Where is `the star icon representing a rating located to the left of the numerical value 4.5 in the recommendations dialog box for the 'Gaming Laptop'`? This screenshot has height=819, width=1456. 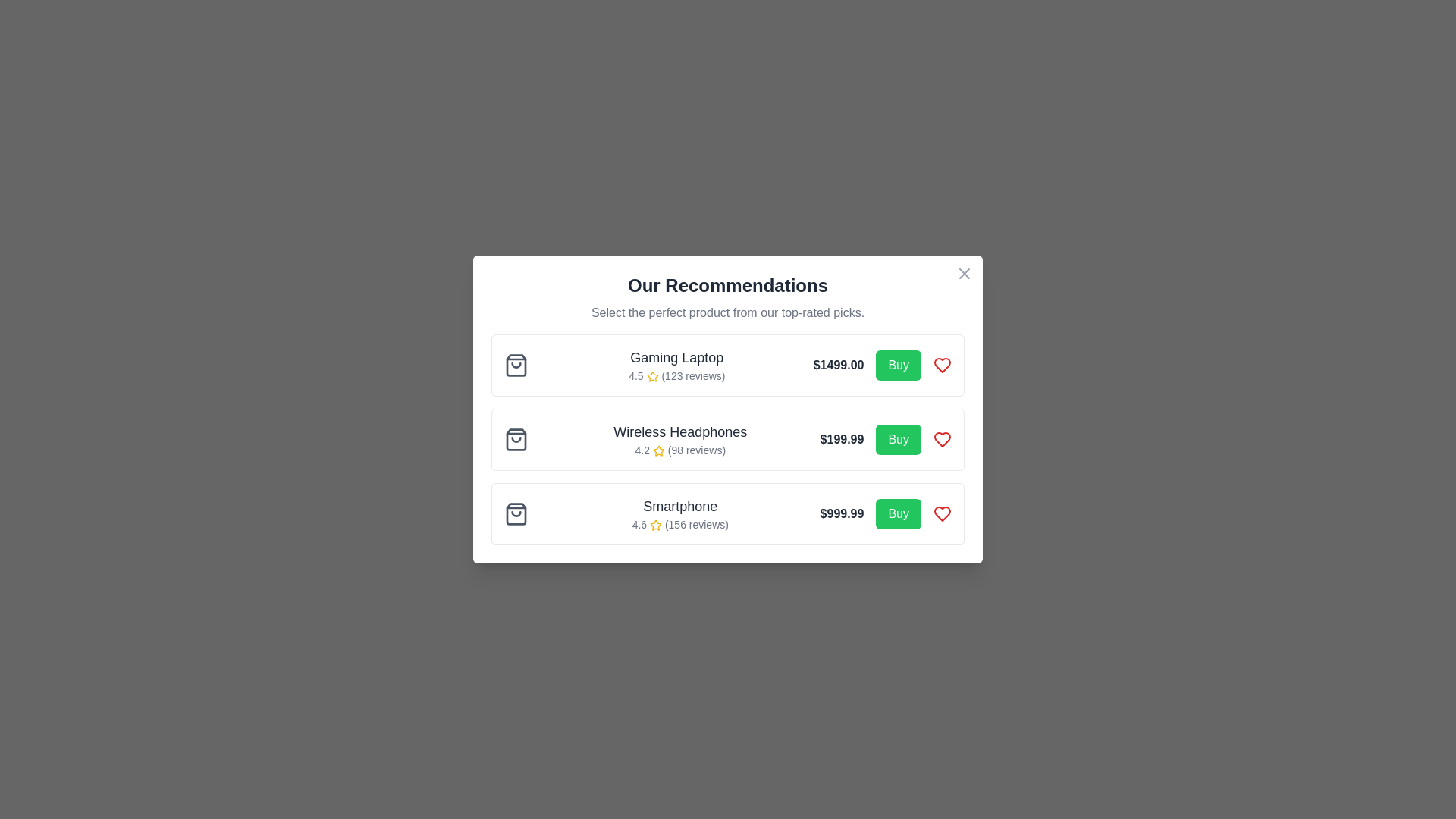 the star icon representing a rating located to the left of the numerical value 4.5 in the recommendations dialog box for the 'Gaming Laptop' is located at coordinates (652, 376).